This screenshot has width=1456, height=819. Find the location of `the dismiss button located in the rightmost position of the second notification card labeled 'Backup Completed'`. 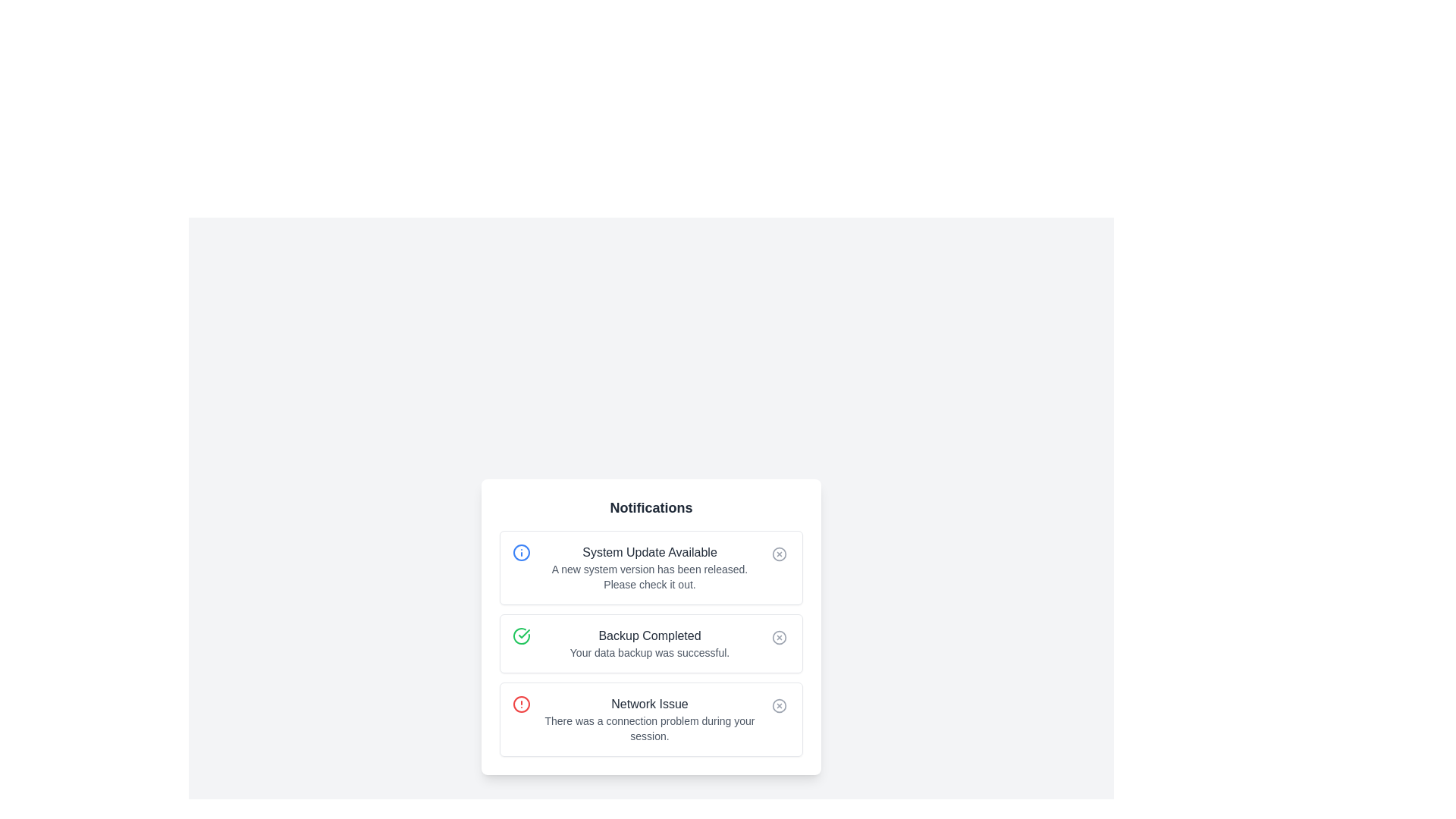

the dismiss button located in the rightmost position of the second notification card labeled 'Backup Completed' is located at coordinates (779, 637).